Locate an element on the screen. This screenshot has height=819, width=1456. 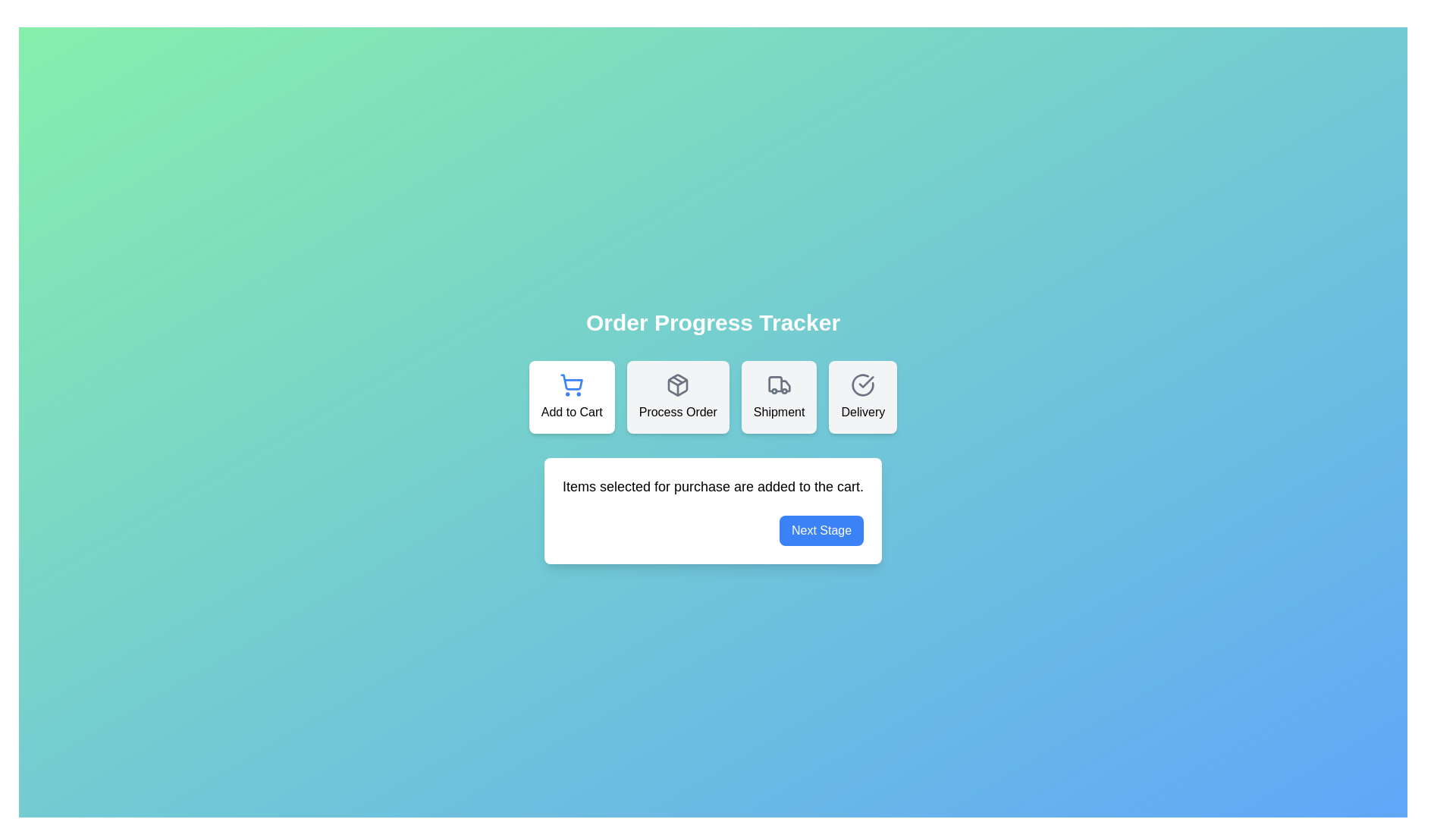
the stage icon representing Shipment to select it is located at coordinates (779, 397).